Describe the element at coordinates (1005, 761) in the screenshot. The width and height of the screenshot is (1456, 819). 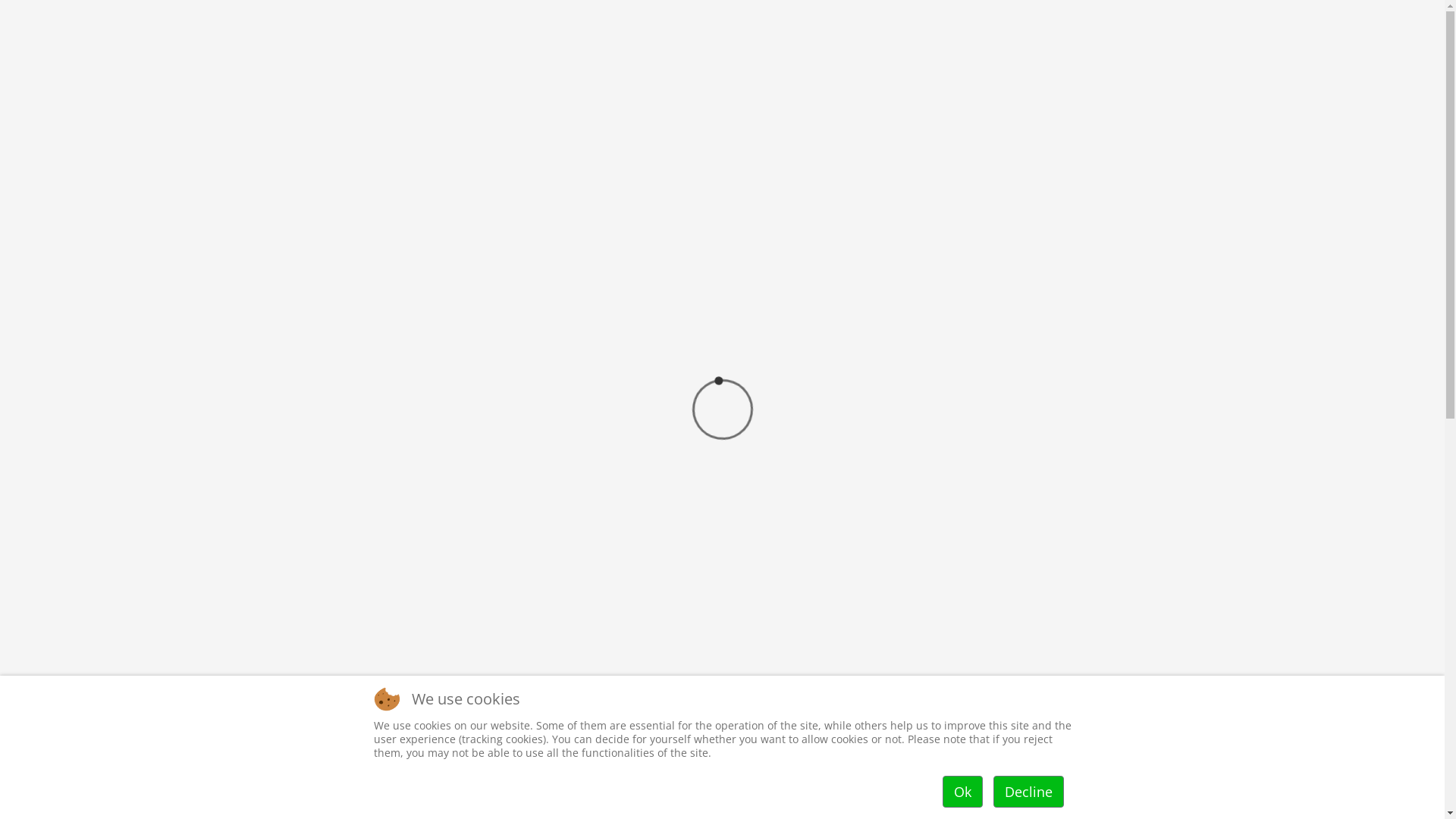
I see `'director@college-ripo.by'` at that location.